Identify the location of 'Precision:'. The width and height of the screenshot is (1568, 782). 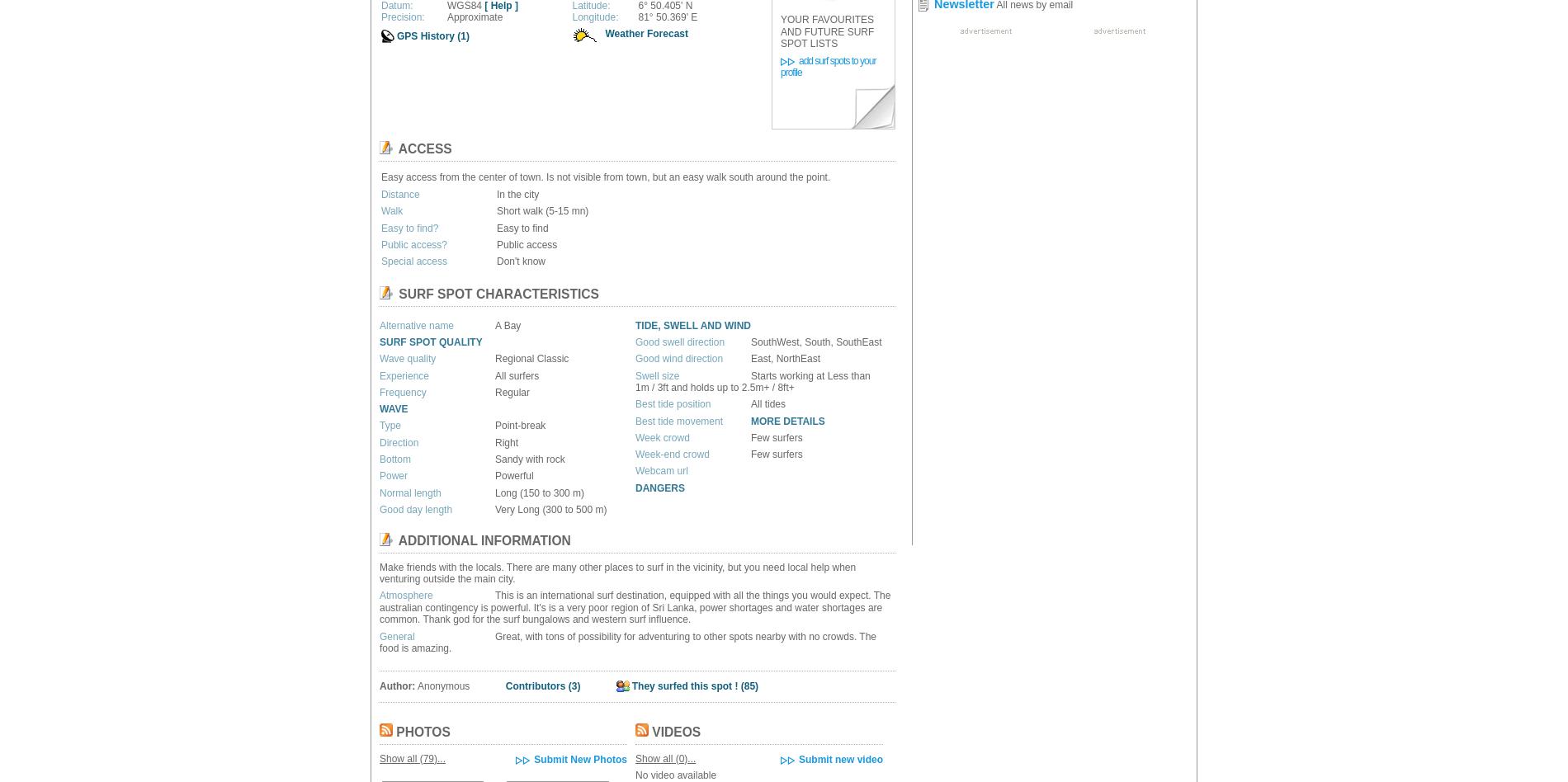
(380, 16).